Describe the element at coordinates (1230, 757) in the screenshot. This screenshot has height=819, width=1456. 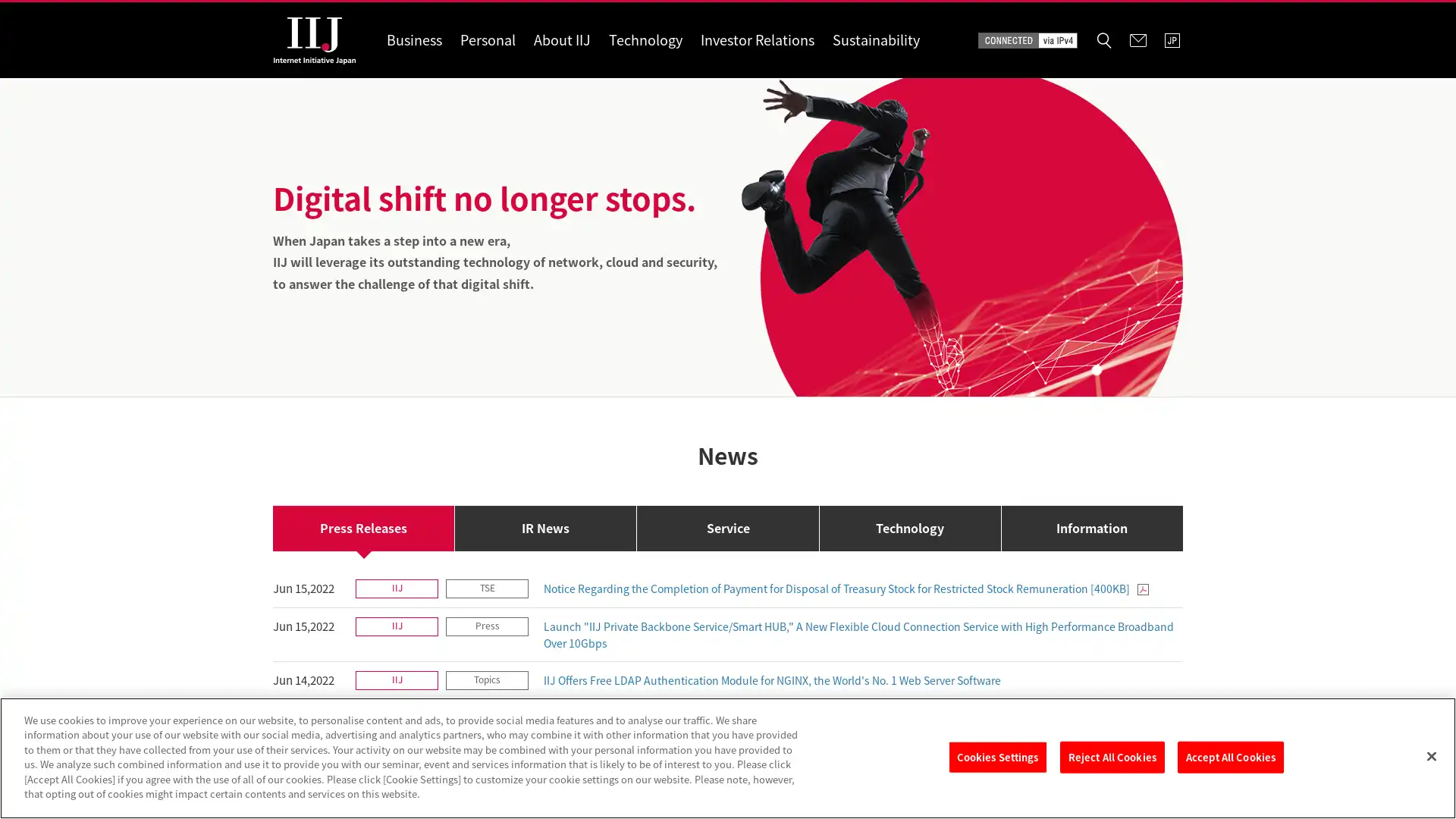
I see `Accept All Cookies` at that location.